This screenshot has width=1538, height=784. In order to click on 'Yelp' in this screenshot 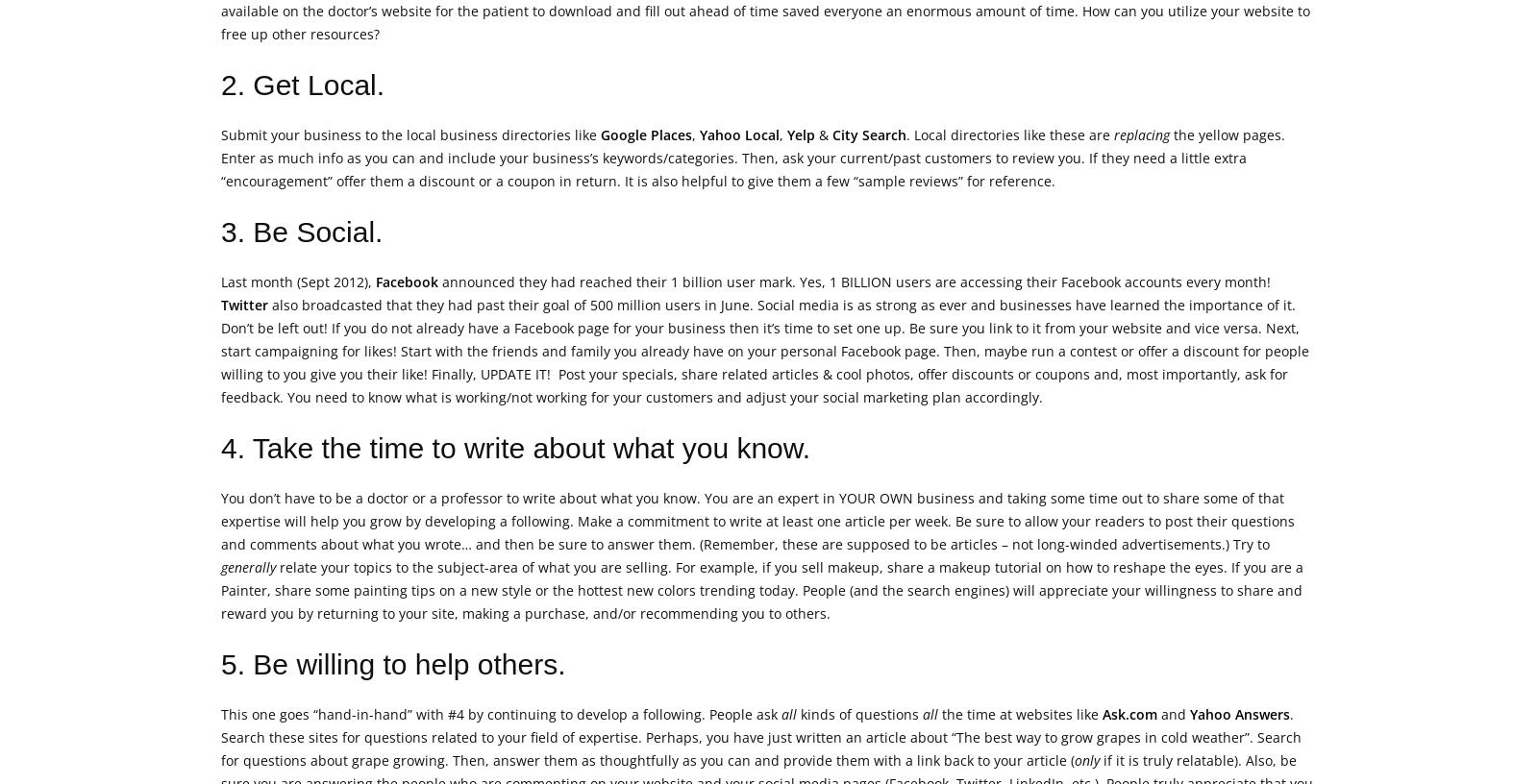, I will do `click(800, 135)`.